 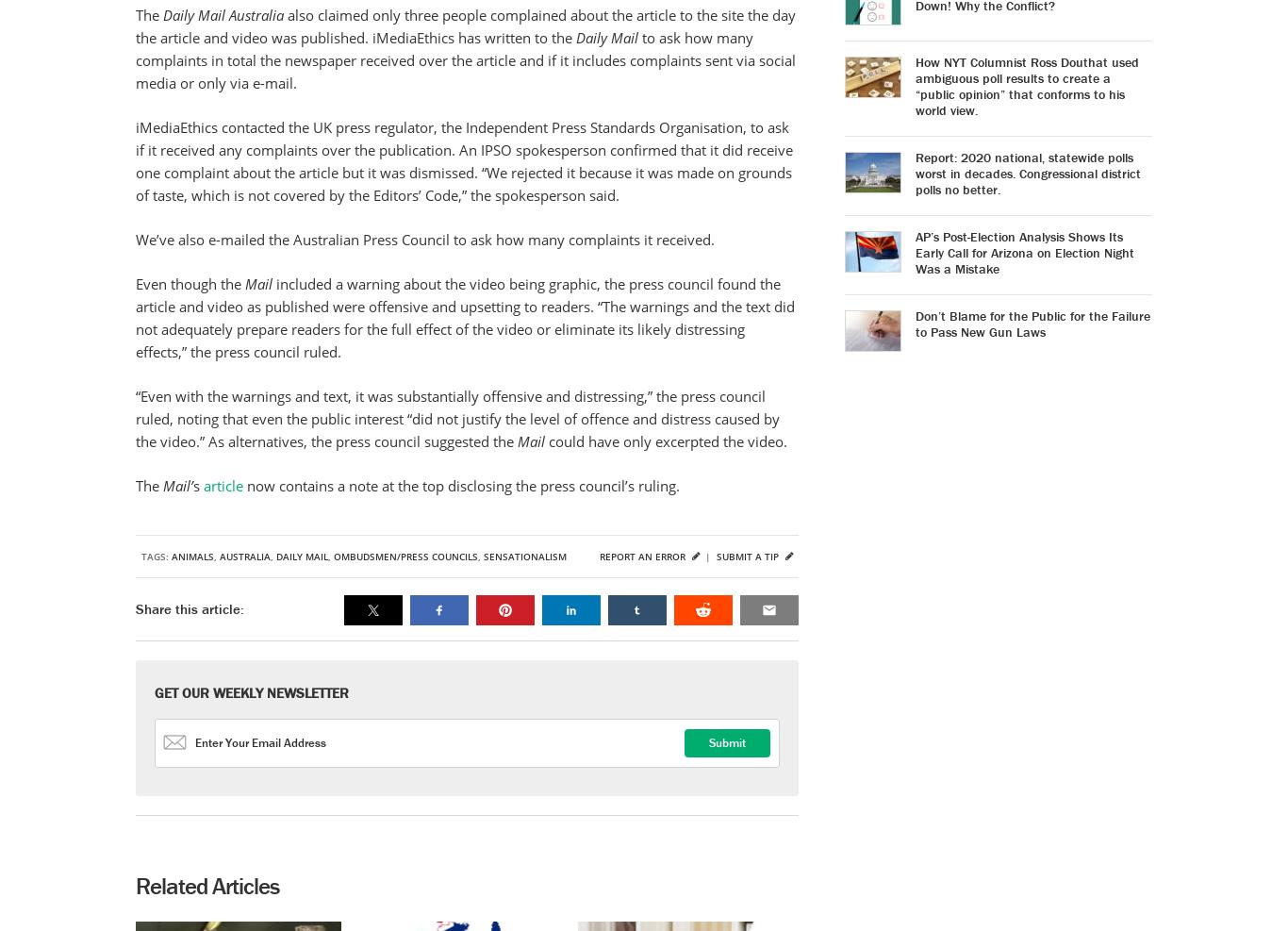 I want to click on 'Share this article:', so click(x=189, y=608).